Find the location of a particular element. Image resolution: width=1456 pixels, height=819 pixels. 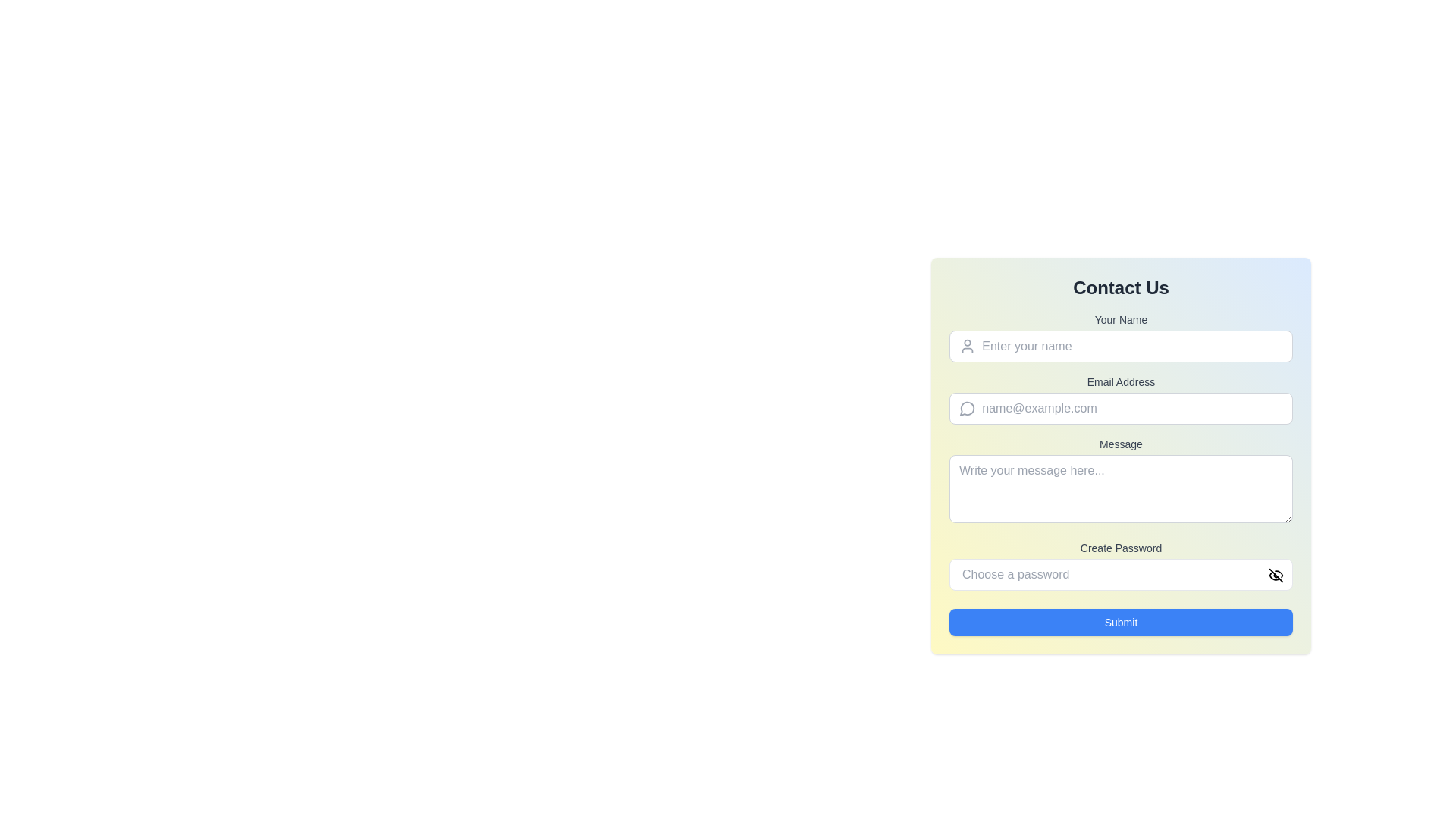

the 'Email Address' input field in the 'Contact Us' form is located at coordinates (1121, 399).